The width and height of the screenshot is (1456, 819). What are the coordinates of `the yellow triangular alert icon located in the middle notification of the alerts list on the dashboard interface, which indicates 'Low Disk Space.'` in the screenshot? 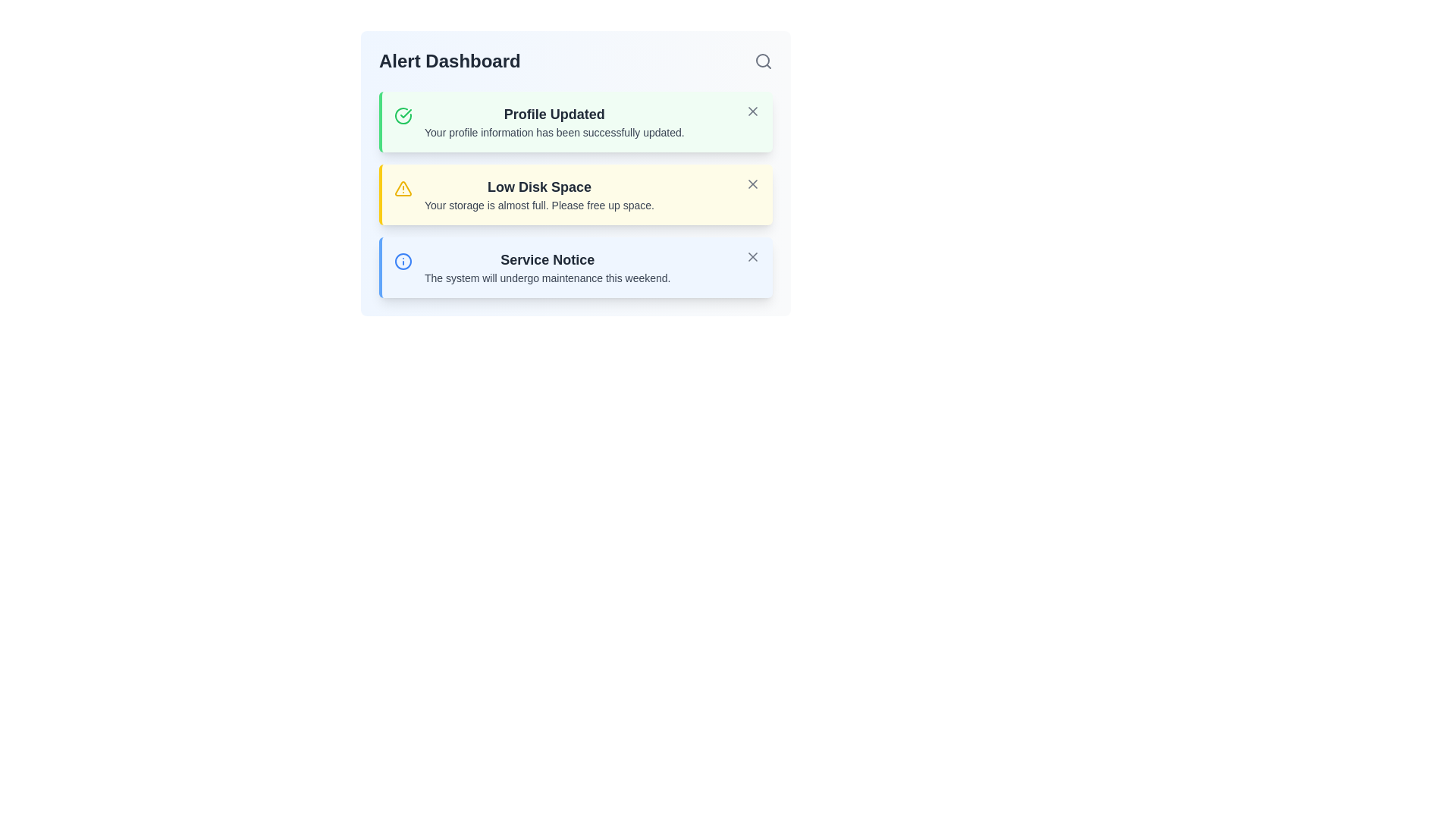 It's located at (403, 187).